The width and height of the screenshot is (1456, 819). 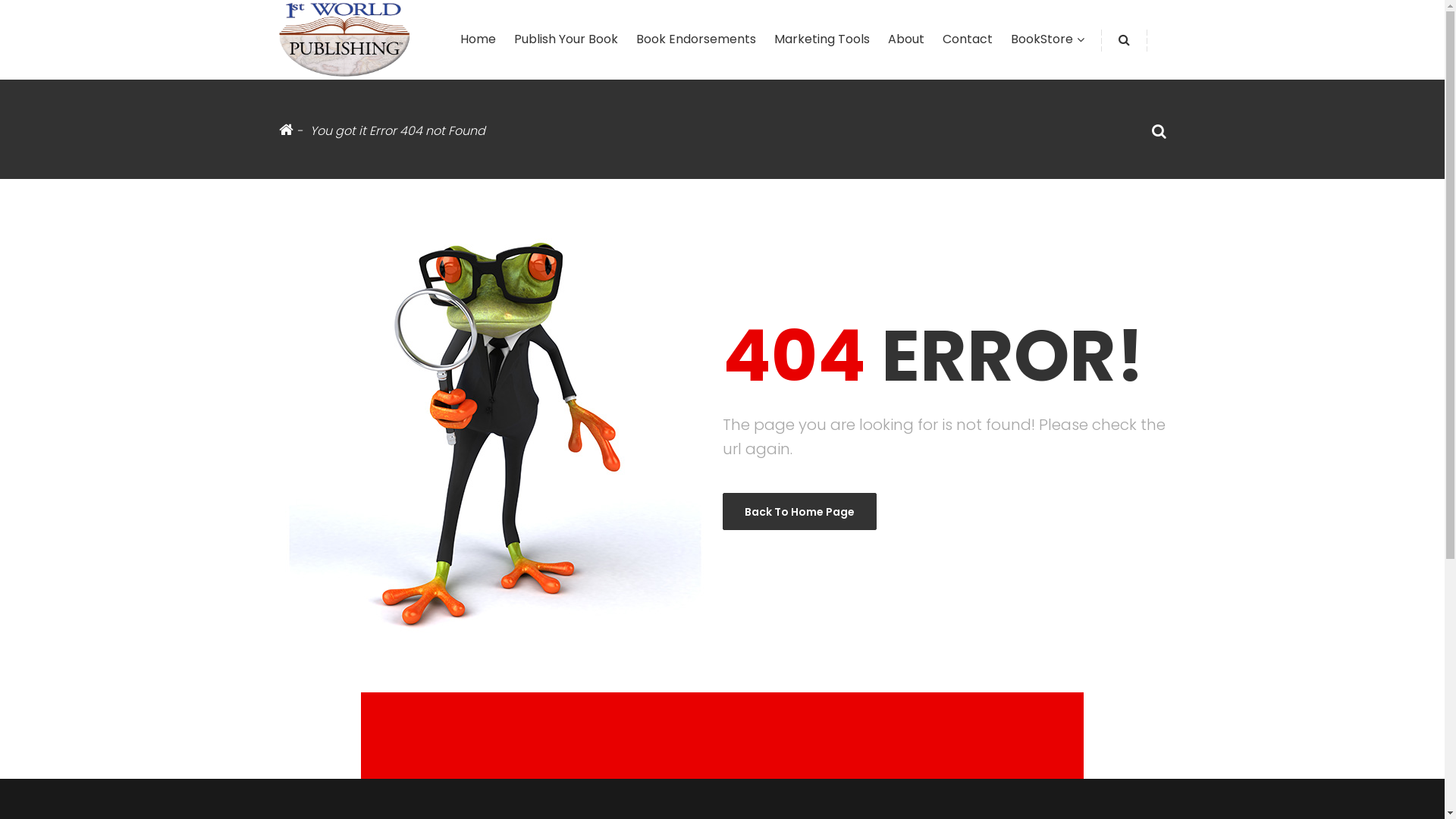 What do you see at coordinates (290, 130) in the screenshot?
I see `'-'` at bounding box center [290, 130].